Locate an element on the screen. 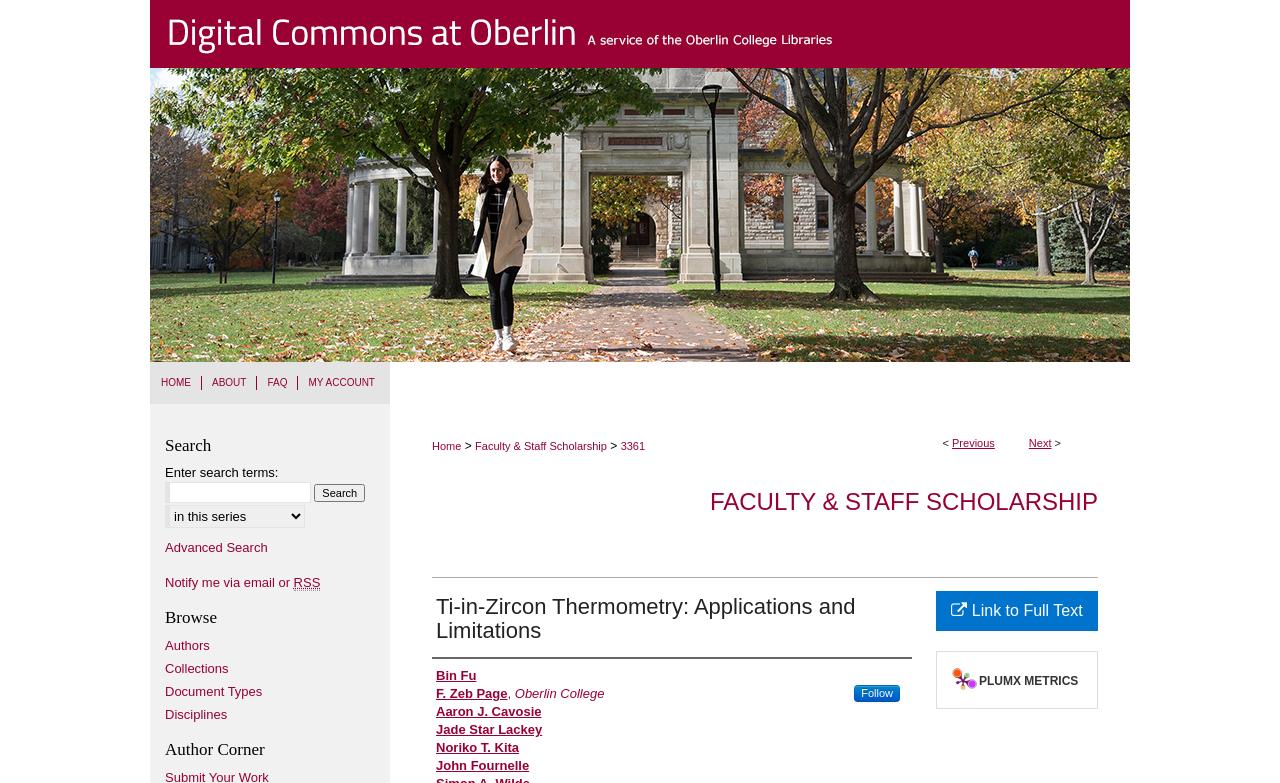  'Document Types' is located at coordinates (213, 689).